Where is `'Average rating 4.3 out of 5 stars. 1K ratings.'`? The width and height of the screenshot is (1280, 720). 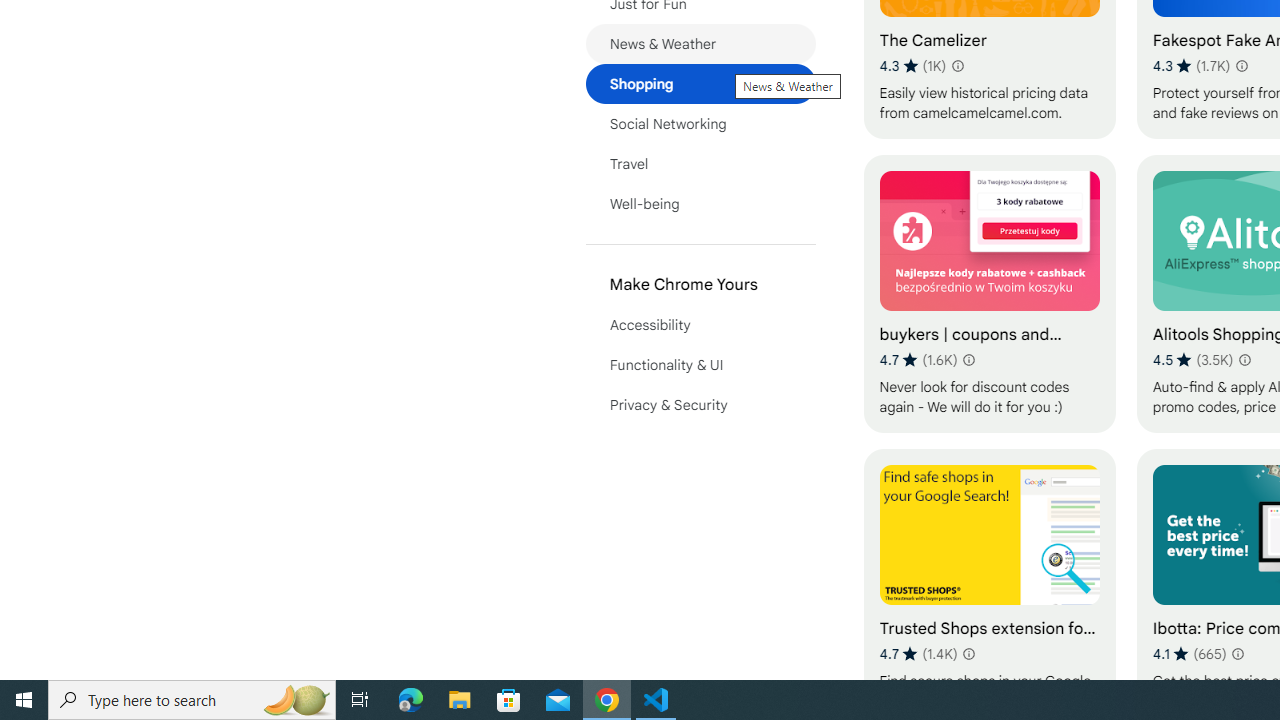 'Average rating 4.3 out of 5 stars. 1K ratings.' is located at coordinates (912, 65).